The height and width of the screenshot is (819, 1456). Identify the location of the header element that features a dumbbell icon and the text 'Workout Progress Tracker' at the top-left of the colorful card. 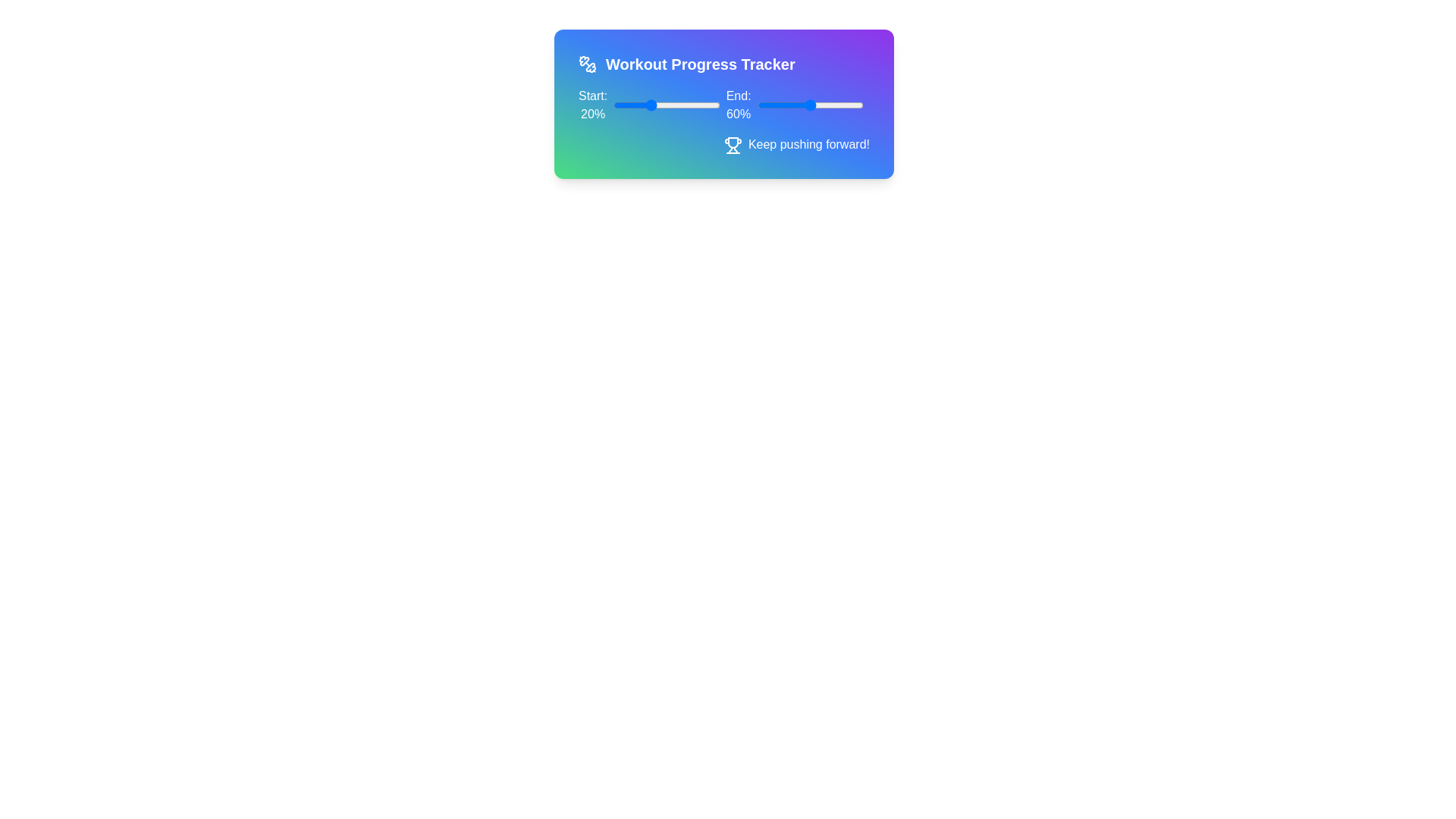
(723, 63).